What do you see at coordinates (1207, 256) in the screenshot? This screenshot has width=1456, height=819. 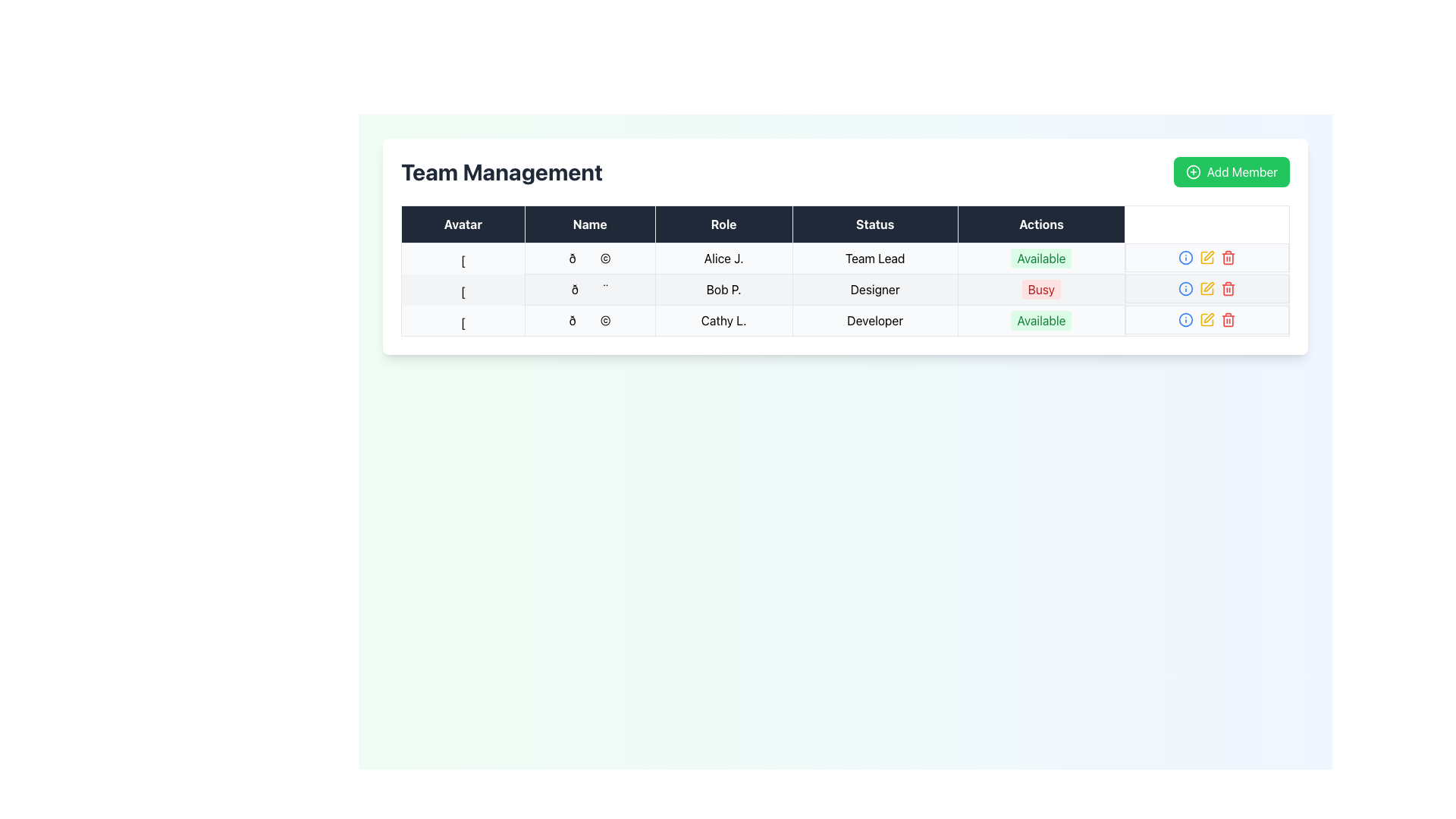 I see `the edit button located in the 'Actions' column for the member 'Alice J.' to initiate the edit action` at bounding box center [1207, 256].